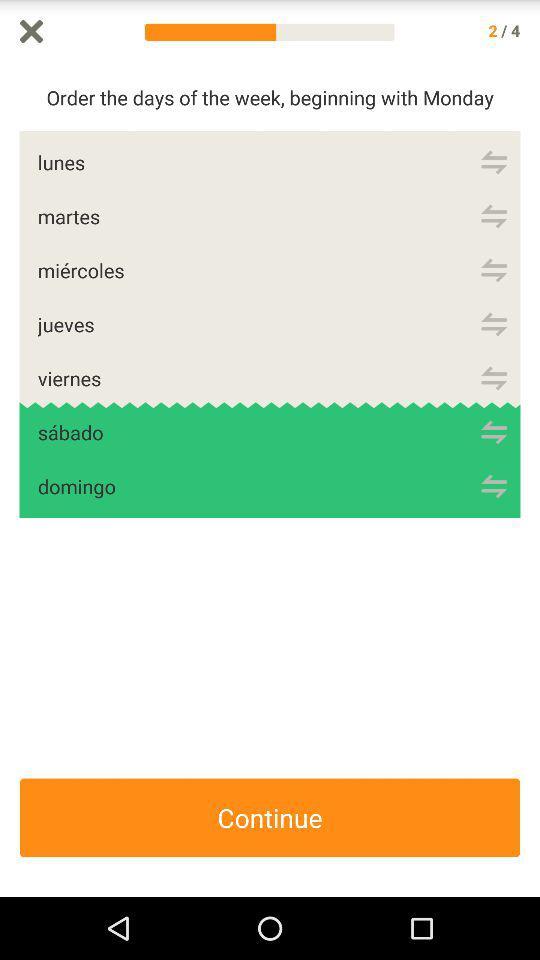  Describe the element at coordinates (493, 324) in the screenshot. I see `re-arrange word order` at that location.